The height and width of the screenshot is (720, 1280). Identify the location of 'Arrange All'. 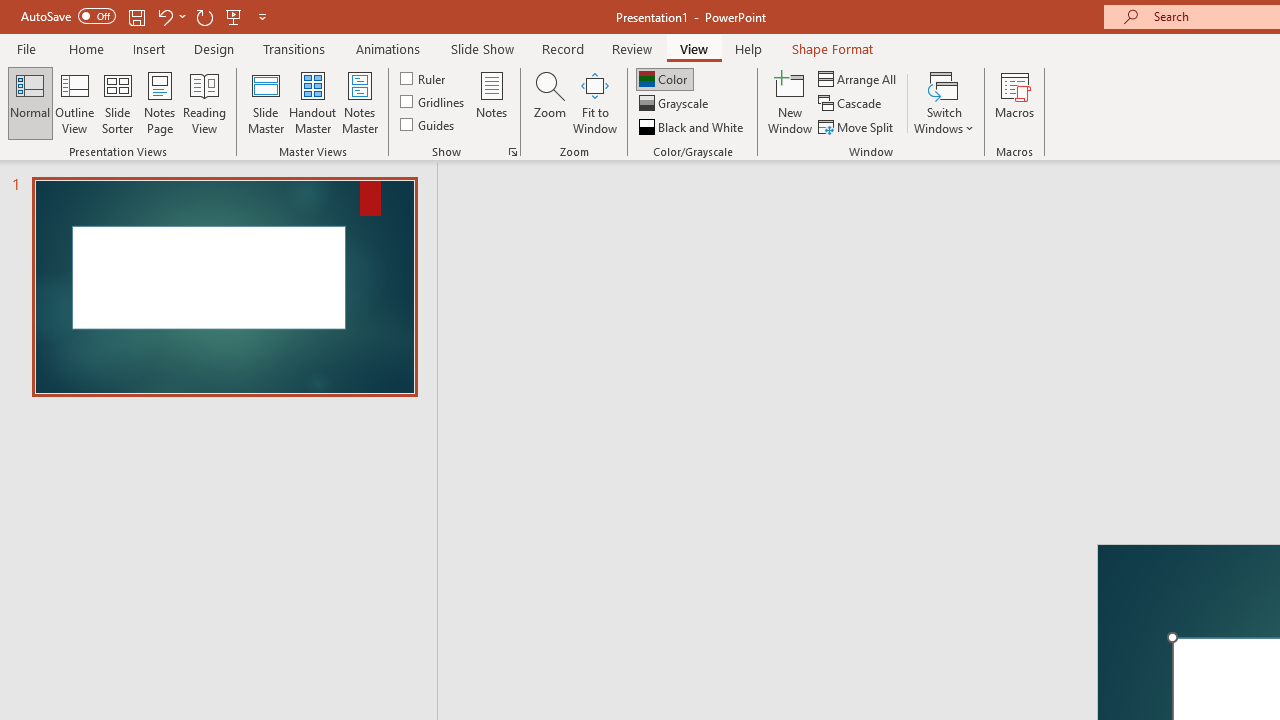
(858, 78).